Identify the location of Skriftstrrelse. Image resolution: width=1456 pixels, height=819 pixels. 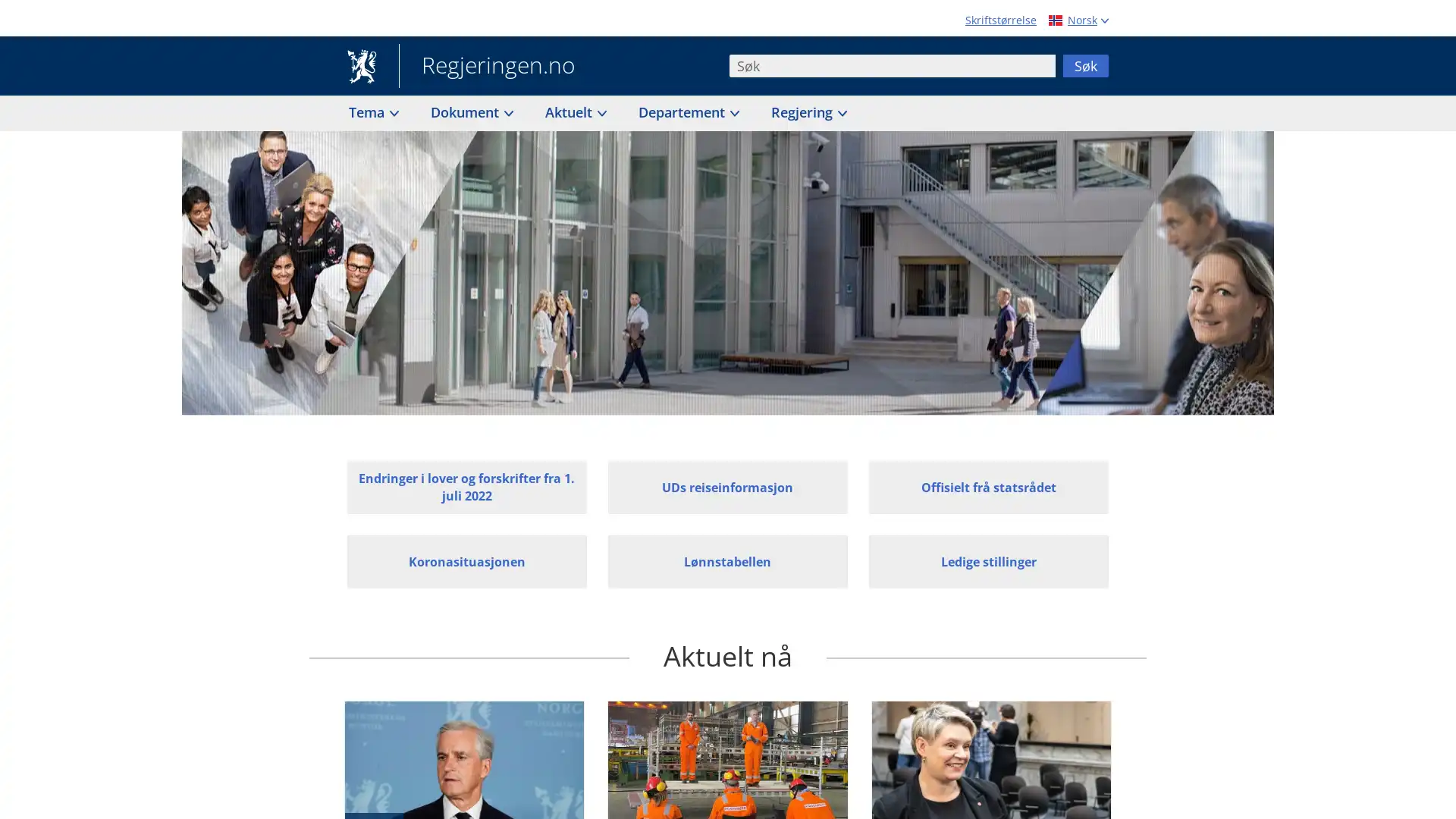
(1001, 20).